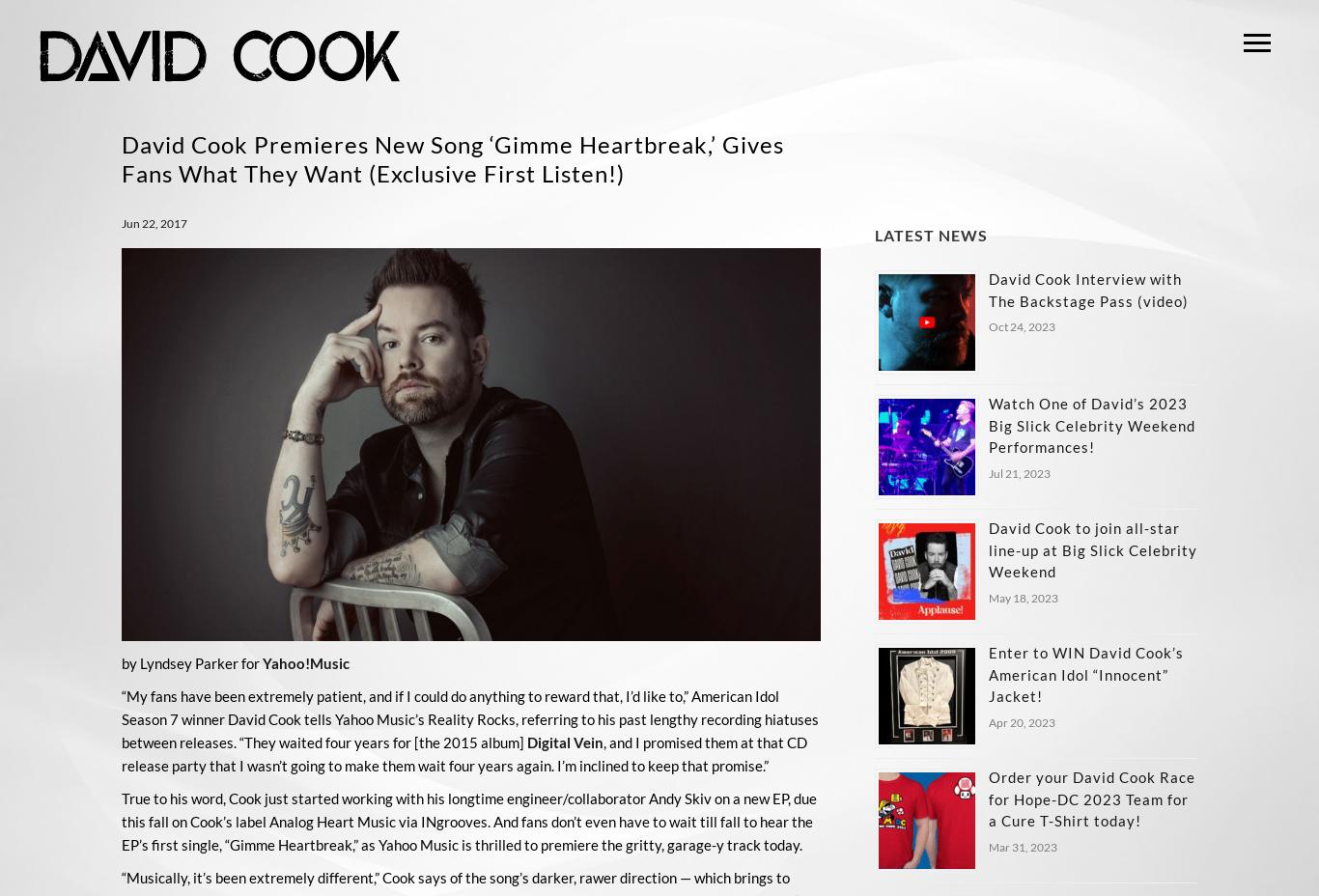 Image resolution: width=1319 pixels, height=896 pixels. What do you see at coordinates (1091, 548) in the screenshot?
I see `'David Cook to join all-star line-up at Big Slick Celebrity Weekend'` at bounding box center [1091, 548].